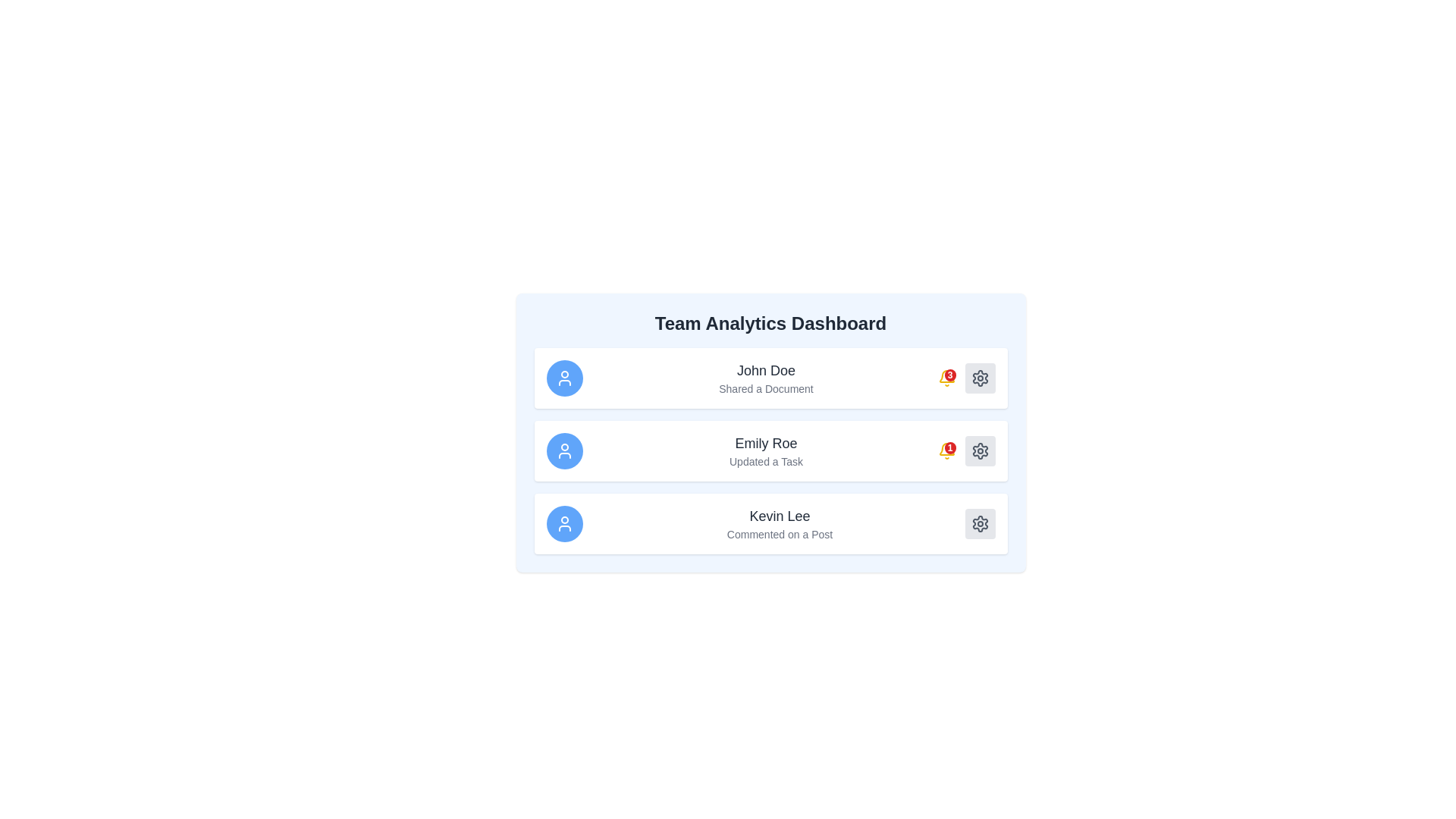 This screenshot has width=1456, height=819. Describe the element at coordinates (980, 377) in the screenshot. I see `the circular gear icon button located to the far right of the first row in the dashboard` at that location.